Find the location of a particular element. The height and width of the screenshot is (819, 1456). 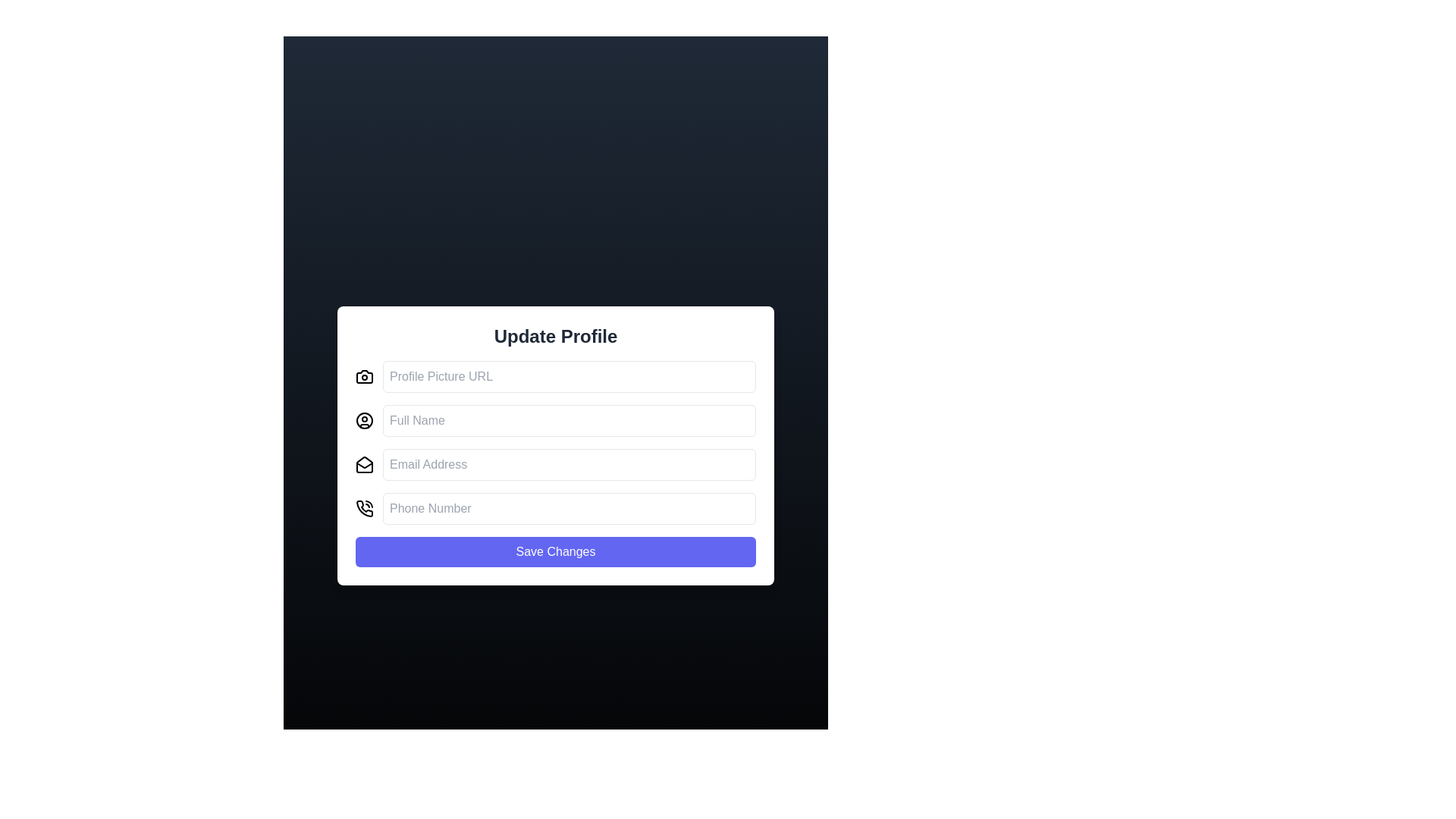

the Header or title text element located at the top of the form, which provides context for the form's purpose is located at coordinates (555, 335).